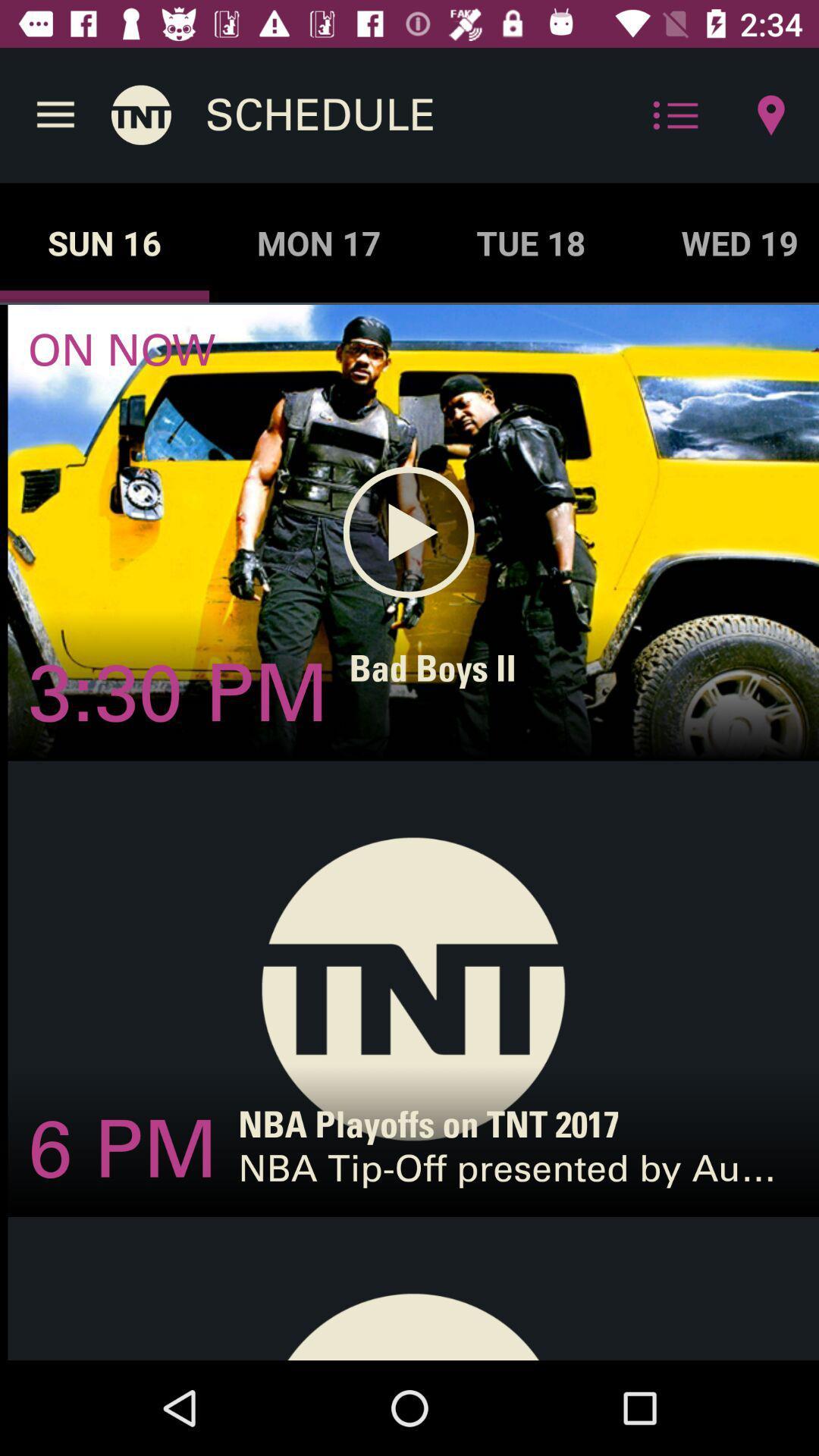 The height and width of the screenshot is (1456, 819). I want to click on tue 18 on the right side of mon 17, so click(531, 243).